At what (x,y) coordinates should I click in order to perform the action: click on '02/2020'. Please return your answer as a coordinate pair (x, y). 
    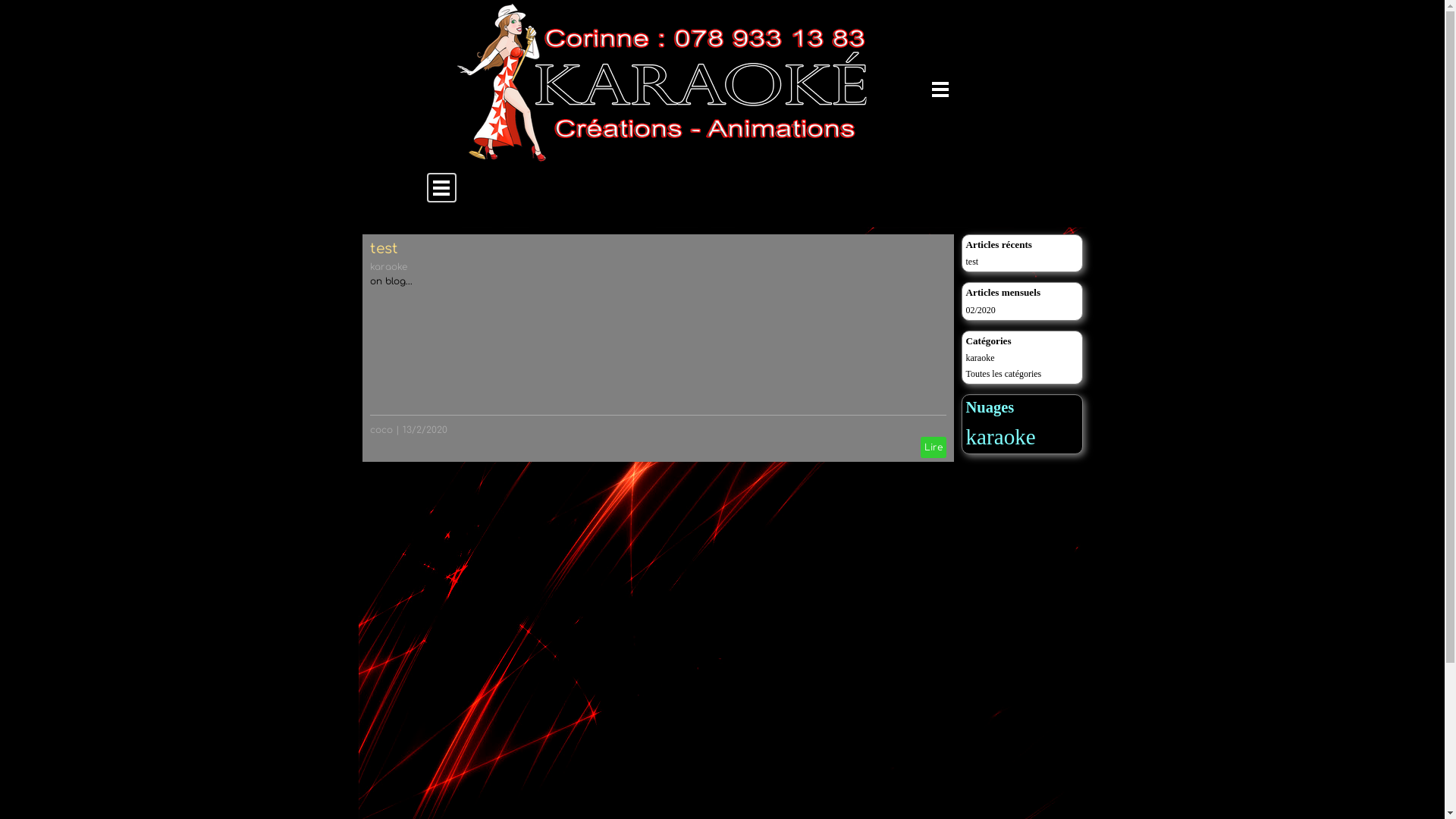
    Looking at the image, I should click on (981, 309).